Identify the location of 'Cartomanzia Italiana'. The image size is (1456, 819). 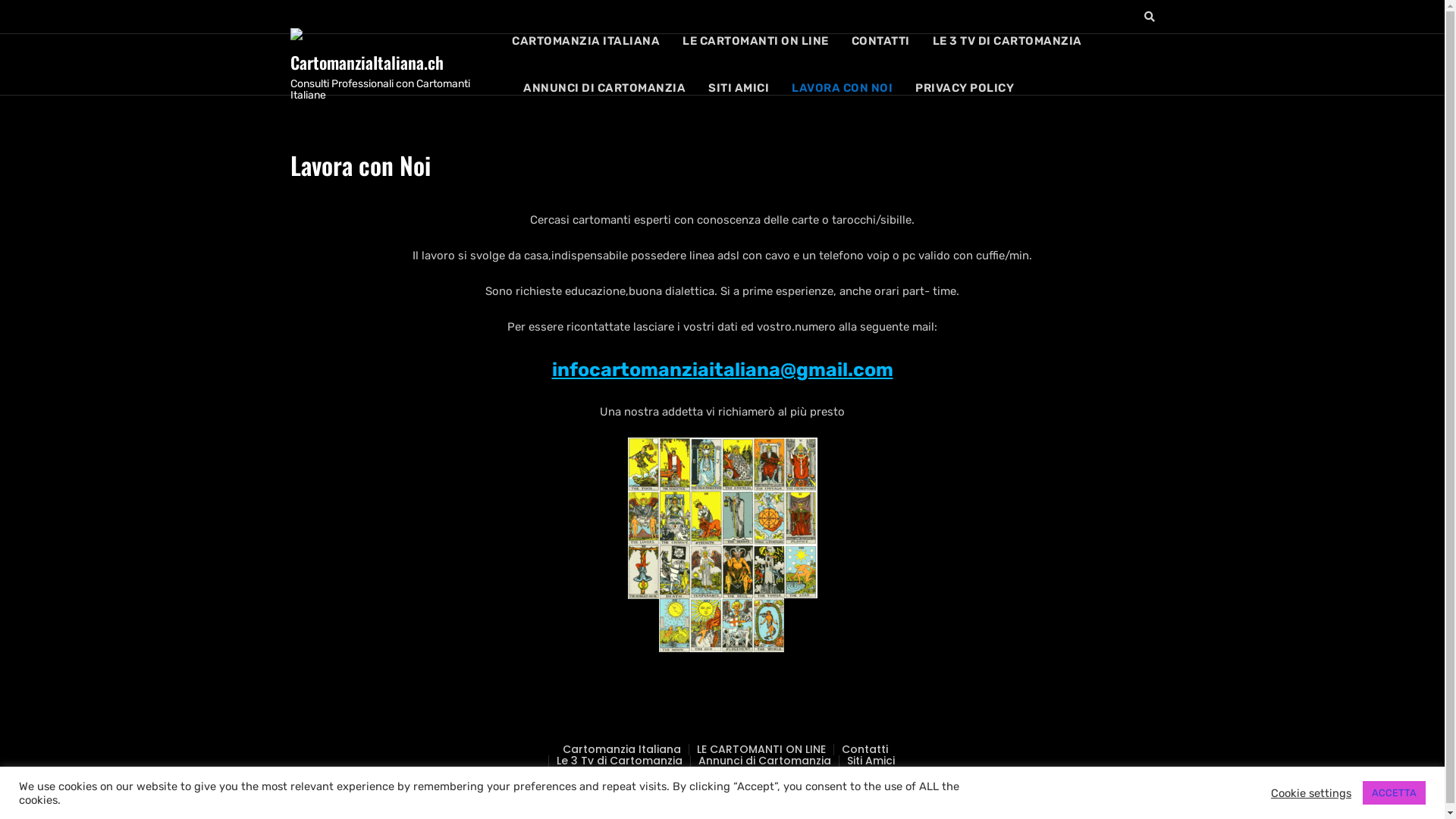
(622, 748).